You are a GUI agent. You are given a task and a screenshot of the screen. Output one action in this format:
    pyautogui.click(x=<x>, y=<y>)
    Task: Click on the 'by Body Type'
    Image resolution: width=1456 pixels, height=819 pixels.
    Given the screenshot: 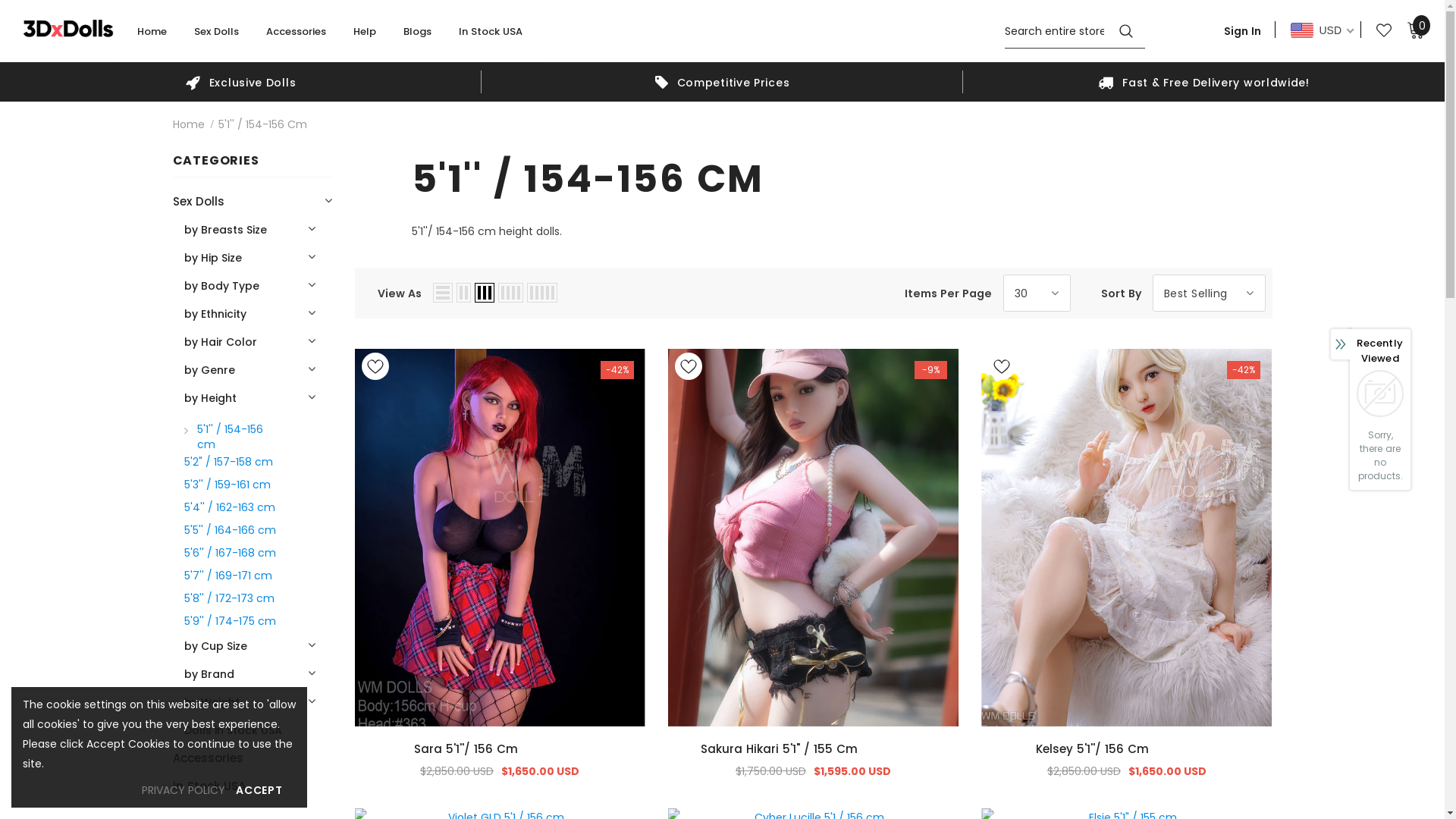 What is the action you would take?
    pyautogui.click(x=220, y=285)
    